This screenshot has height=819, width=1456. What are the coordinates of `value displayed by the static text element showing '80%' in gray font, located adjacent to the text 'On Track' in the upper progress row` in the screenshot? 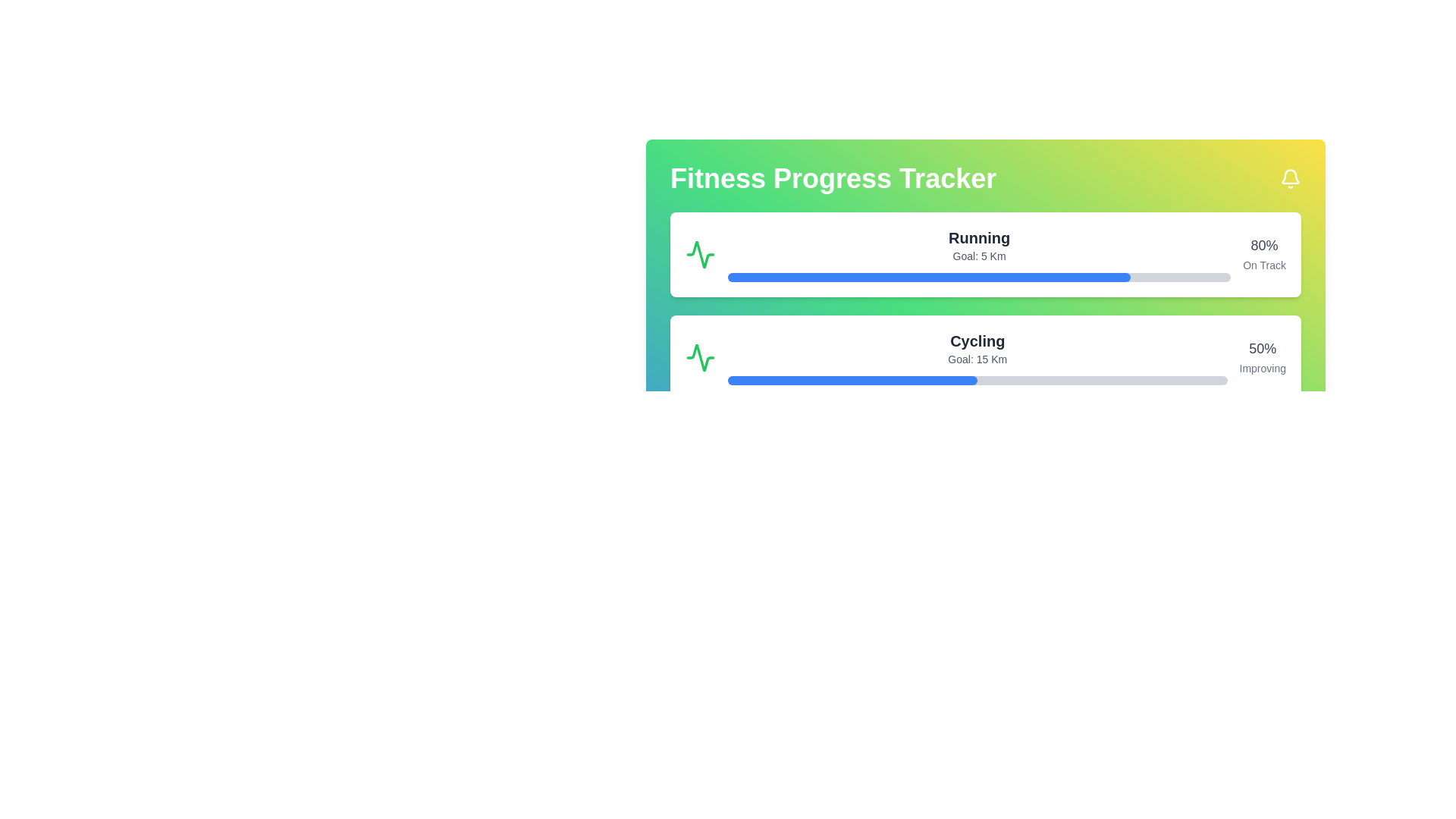 It's located at (1264, 245).